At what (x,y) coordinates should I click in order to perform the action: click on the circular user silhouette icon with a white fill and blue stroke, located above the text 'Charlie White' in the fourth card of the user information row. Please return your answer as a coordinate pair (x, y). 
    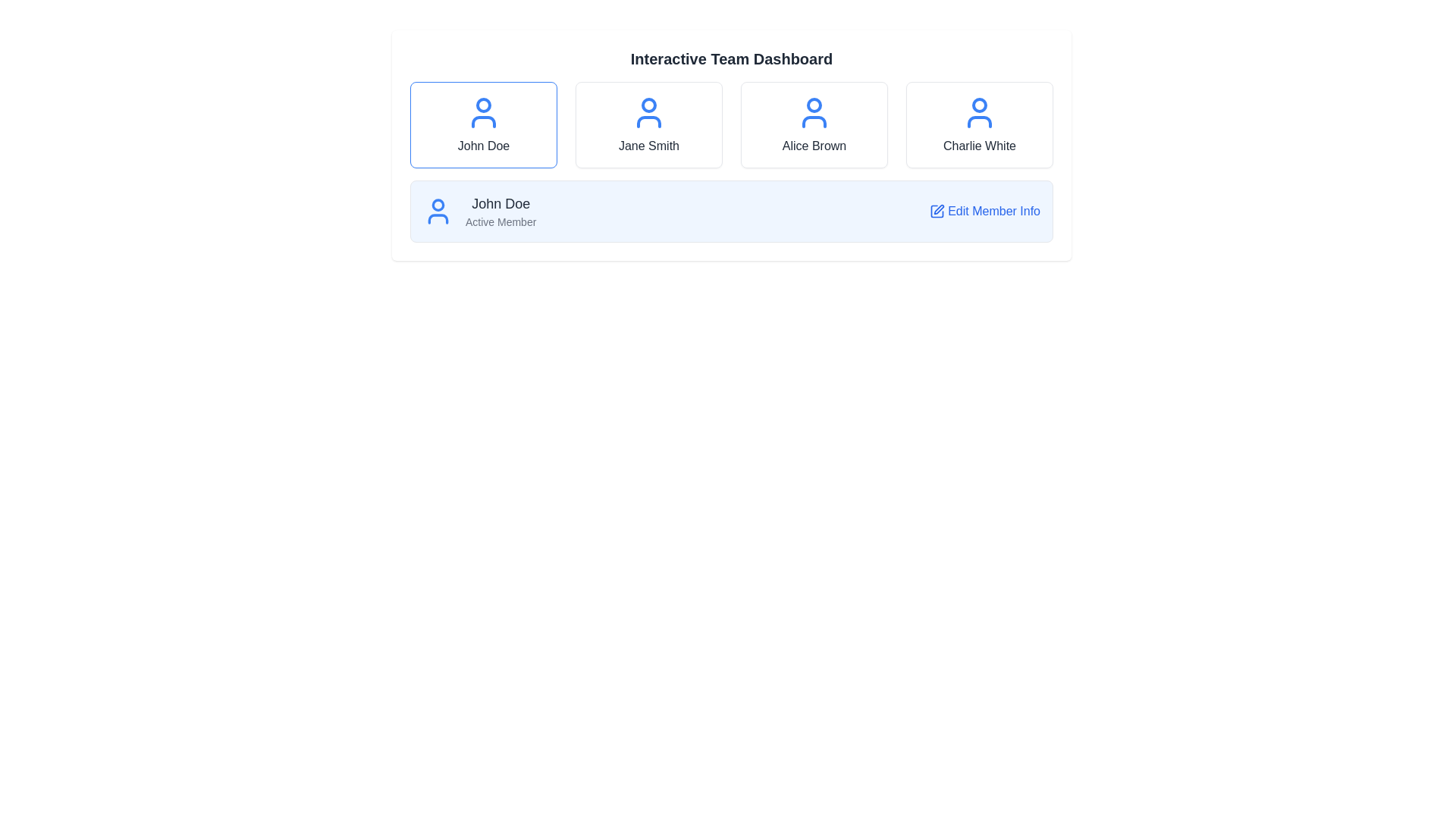
    Looking at the image, I should click on (979, 112).